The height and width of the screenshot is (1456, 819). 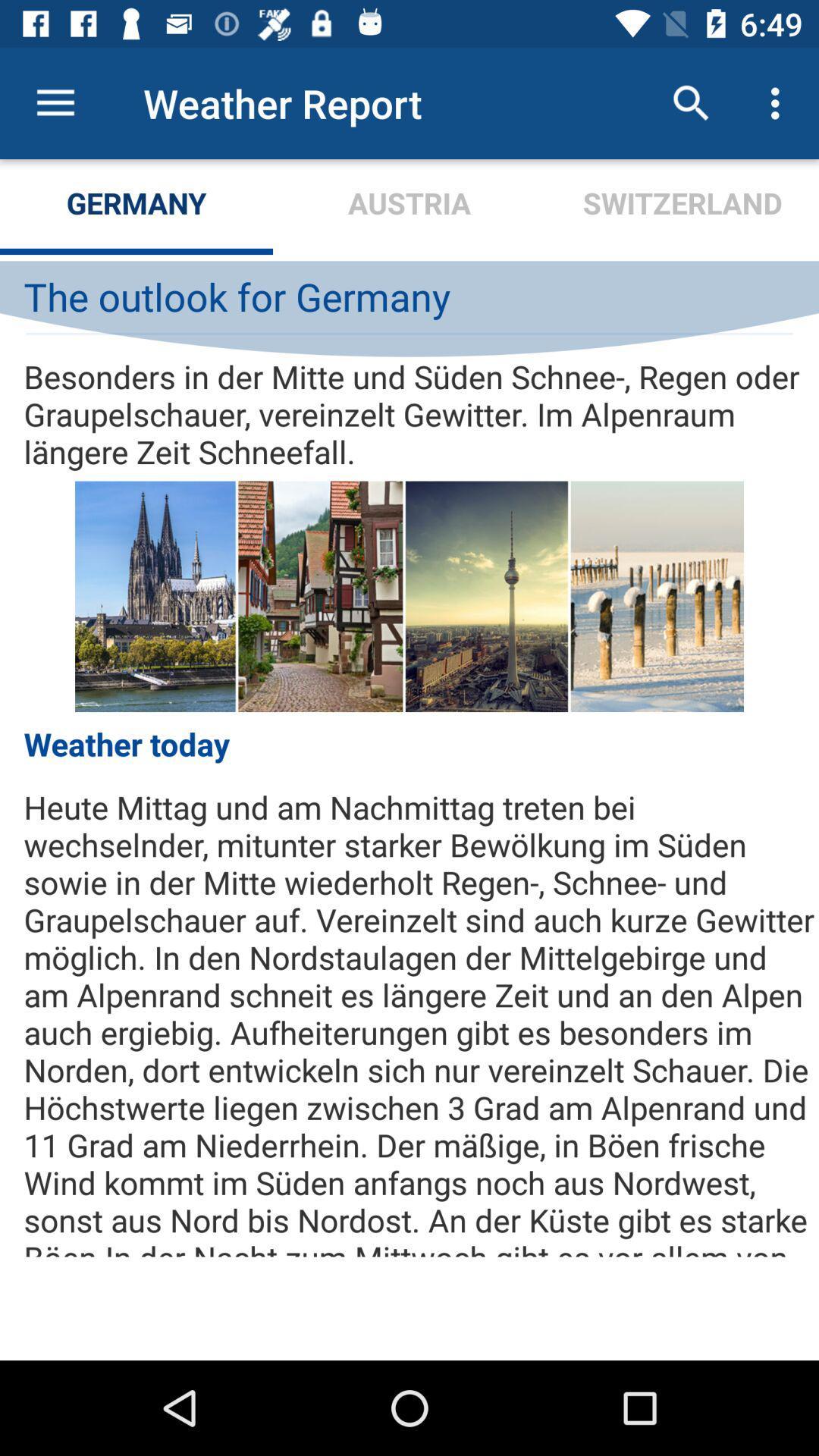 What do you see at coordinates (55, 102) in the screenshot?
I see `the item above germany item` at bounding box center [55, 102].